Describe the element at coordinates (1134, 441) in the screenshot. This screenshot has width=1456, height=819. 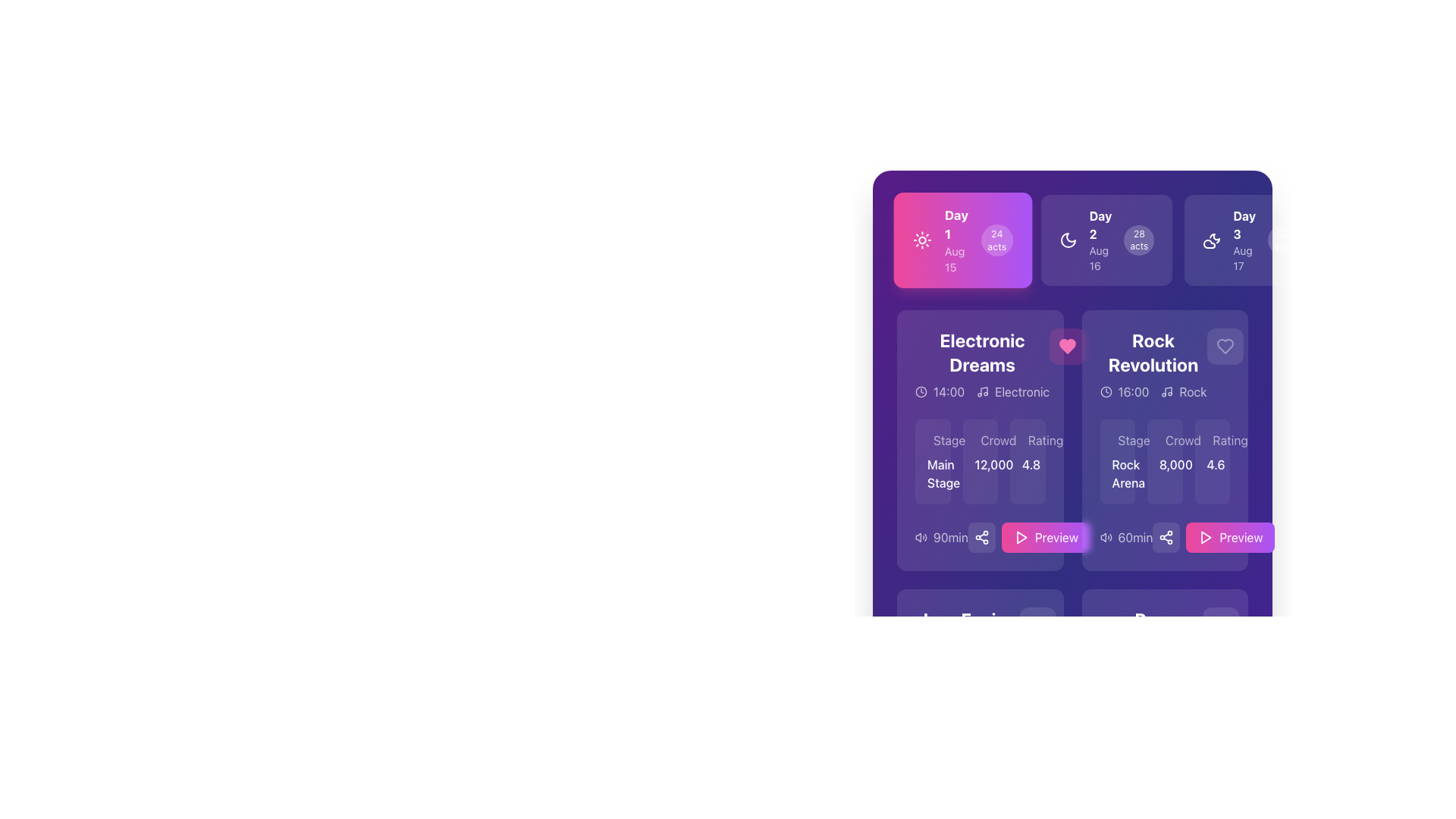
I see `the text label that provides the category name for the event location, located in the second card of the 'Rock Revolution' event, above the value 'Rock Arena'` at that location.